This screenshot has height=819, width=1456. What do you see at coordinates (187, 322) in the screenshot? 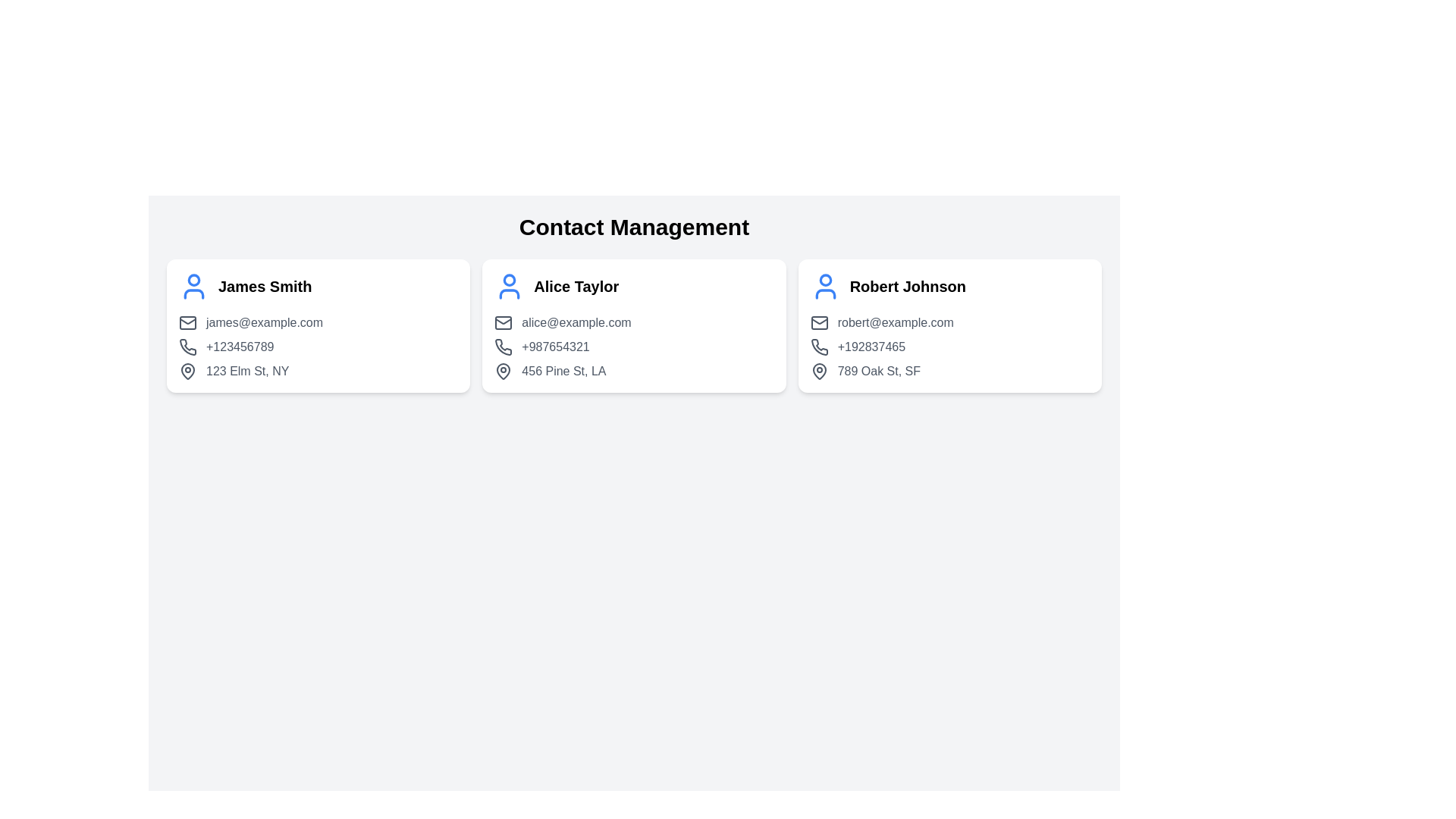
I see `the rectangular vector graphic icon representing an envelope shape, which is located near the email address 'james@example.com'` at bounding box center [187, 322].